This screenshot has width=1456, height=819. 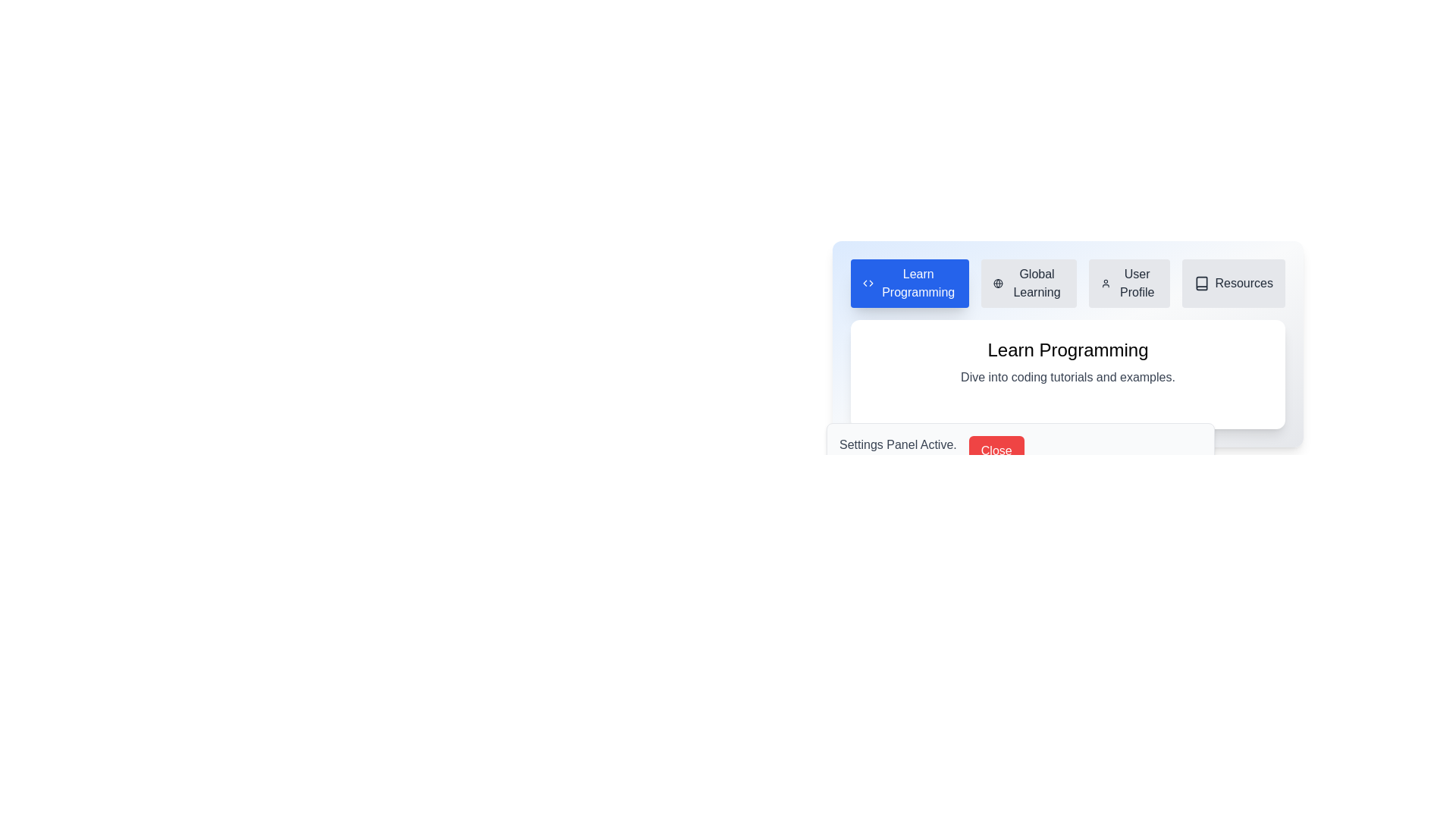 What do you see at coordinates (1129, 284) in the screenshot?
I see `the tab labeled User Profile to view its content` at bounding box center [1129, 284].